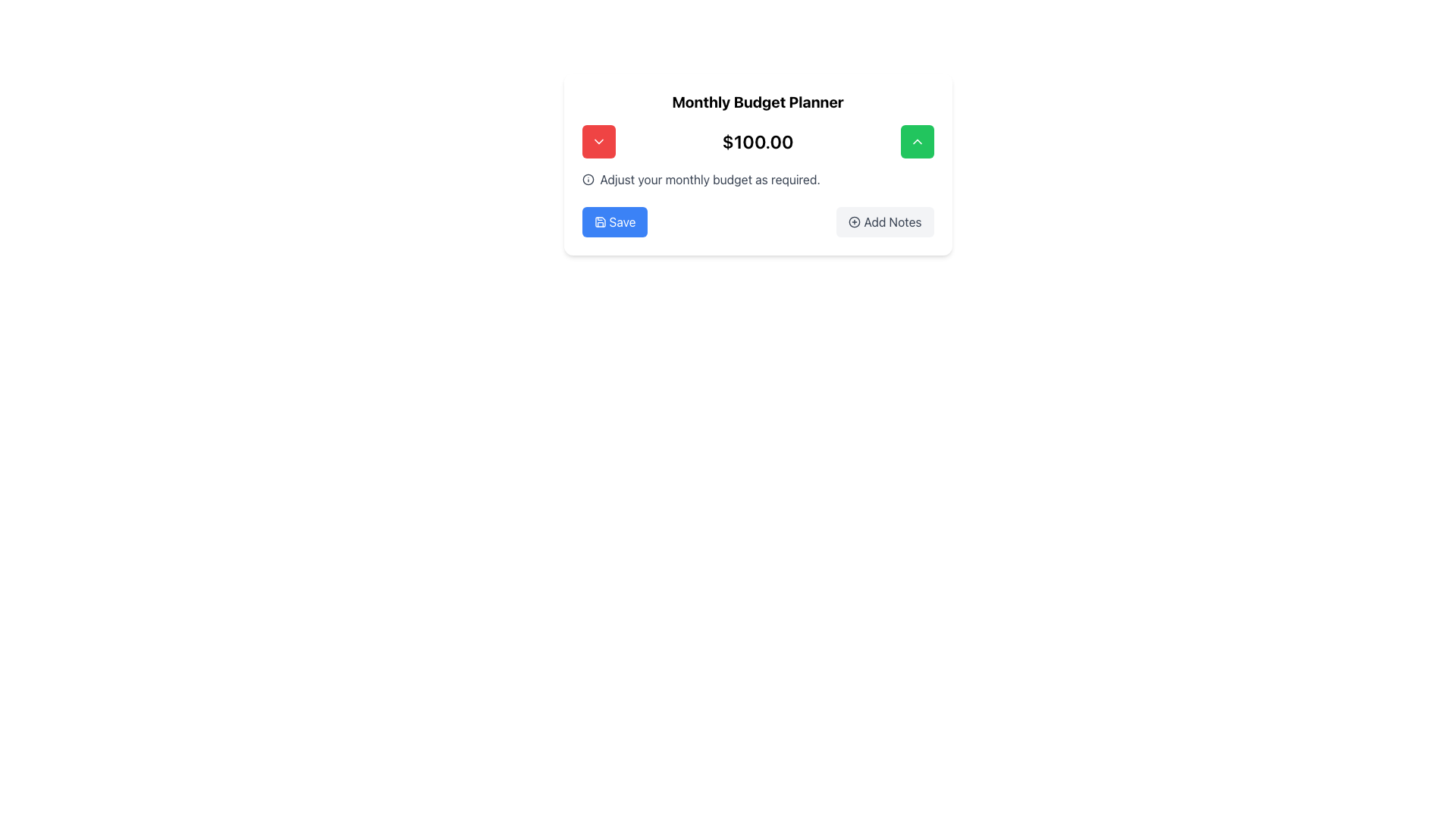 This screenshot has height=819, width=1456. What do you see at coordinates (598, 141) in the screenshot?
I see `the square red button with rounded corners and a downward-pointing chevron icon located to the left of the text '$100.00'` at bounding box center [598, 141].